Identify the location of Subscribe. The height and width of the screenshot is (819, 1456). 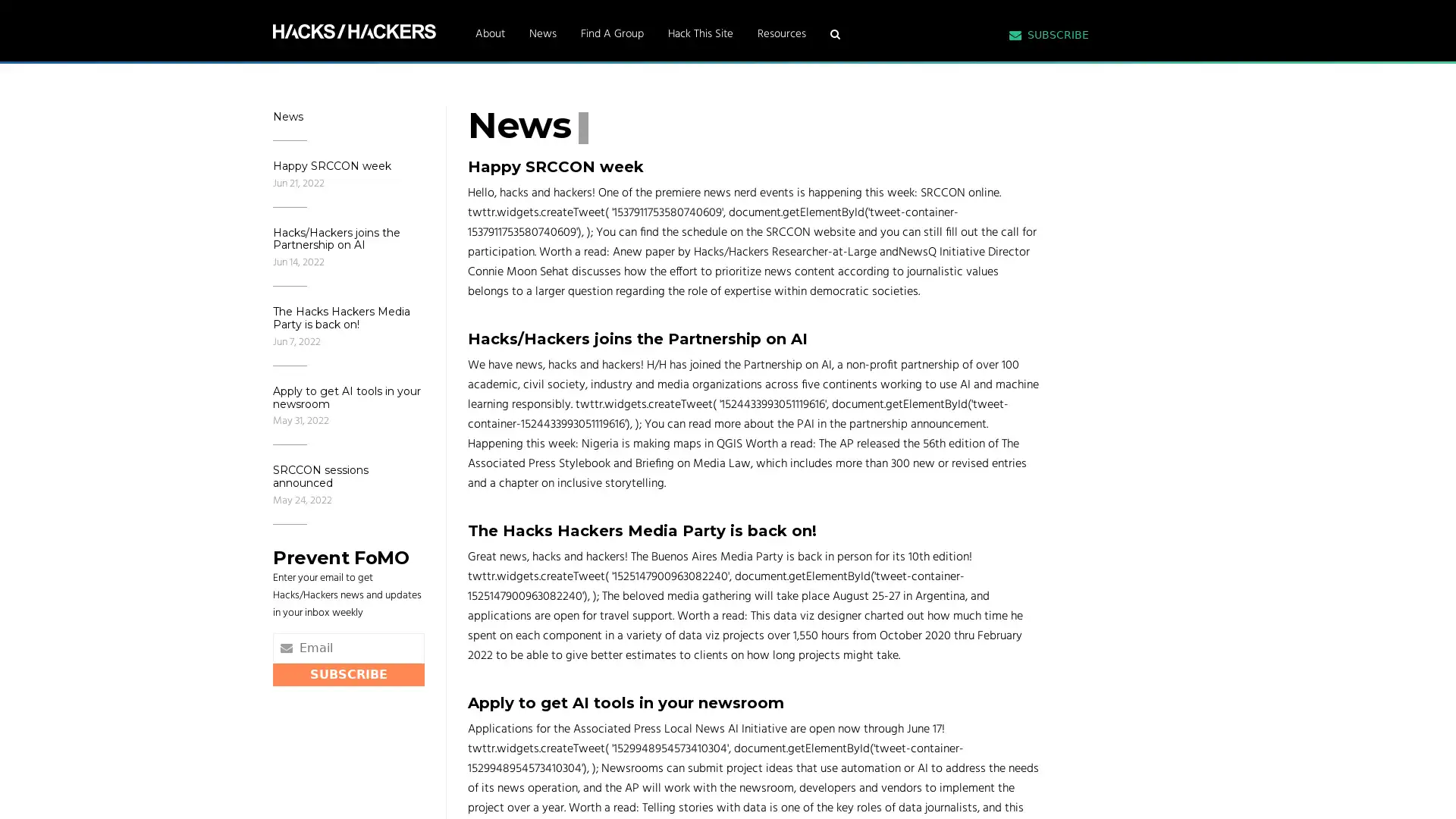
(348, 673).